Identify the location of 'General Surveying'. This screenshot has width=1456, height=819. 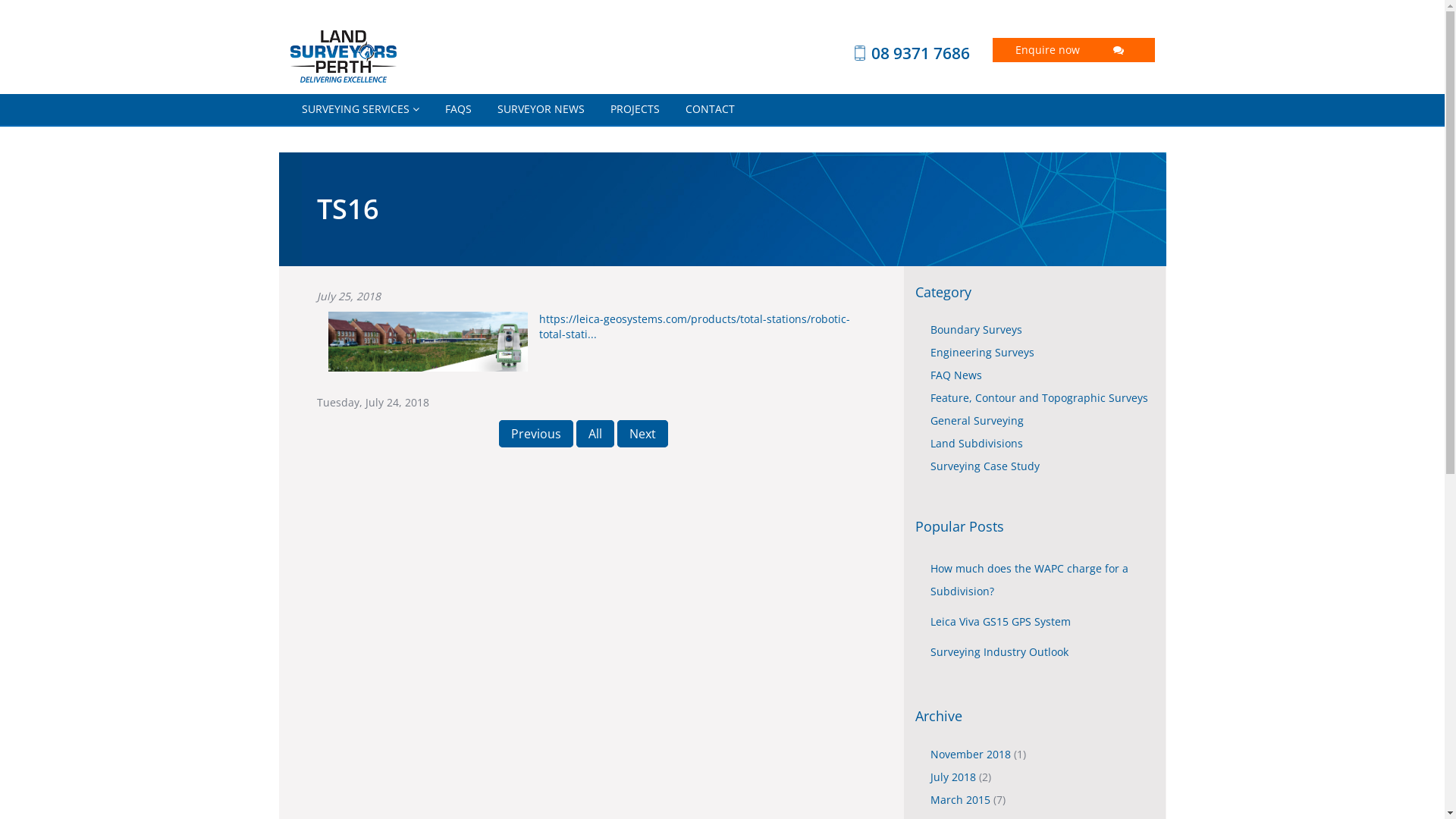
(977, 420).